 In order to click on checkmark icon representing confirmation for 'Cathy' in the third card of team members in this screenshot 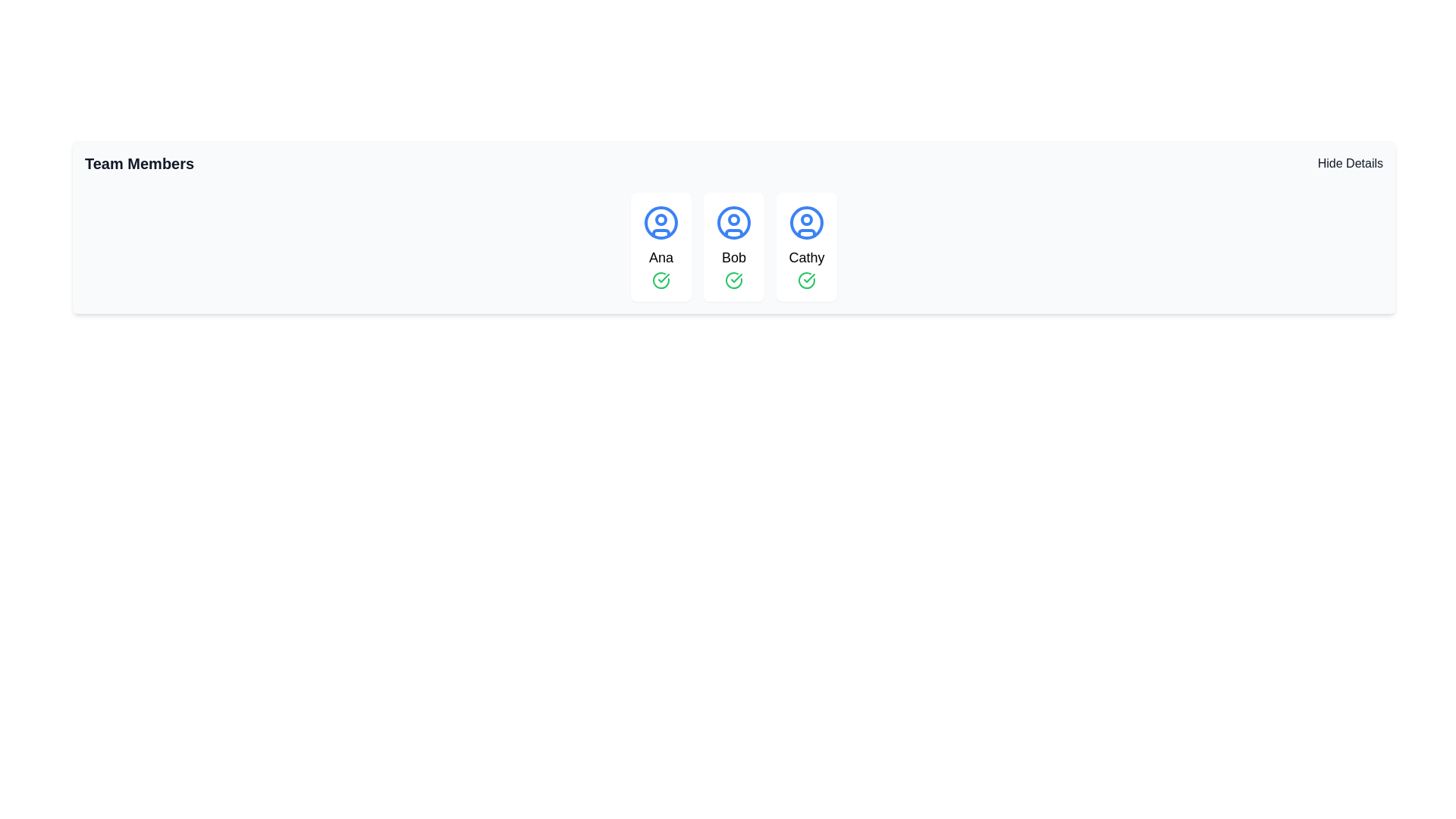, I will do `click(664, 278)`.